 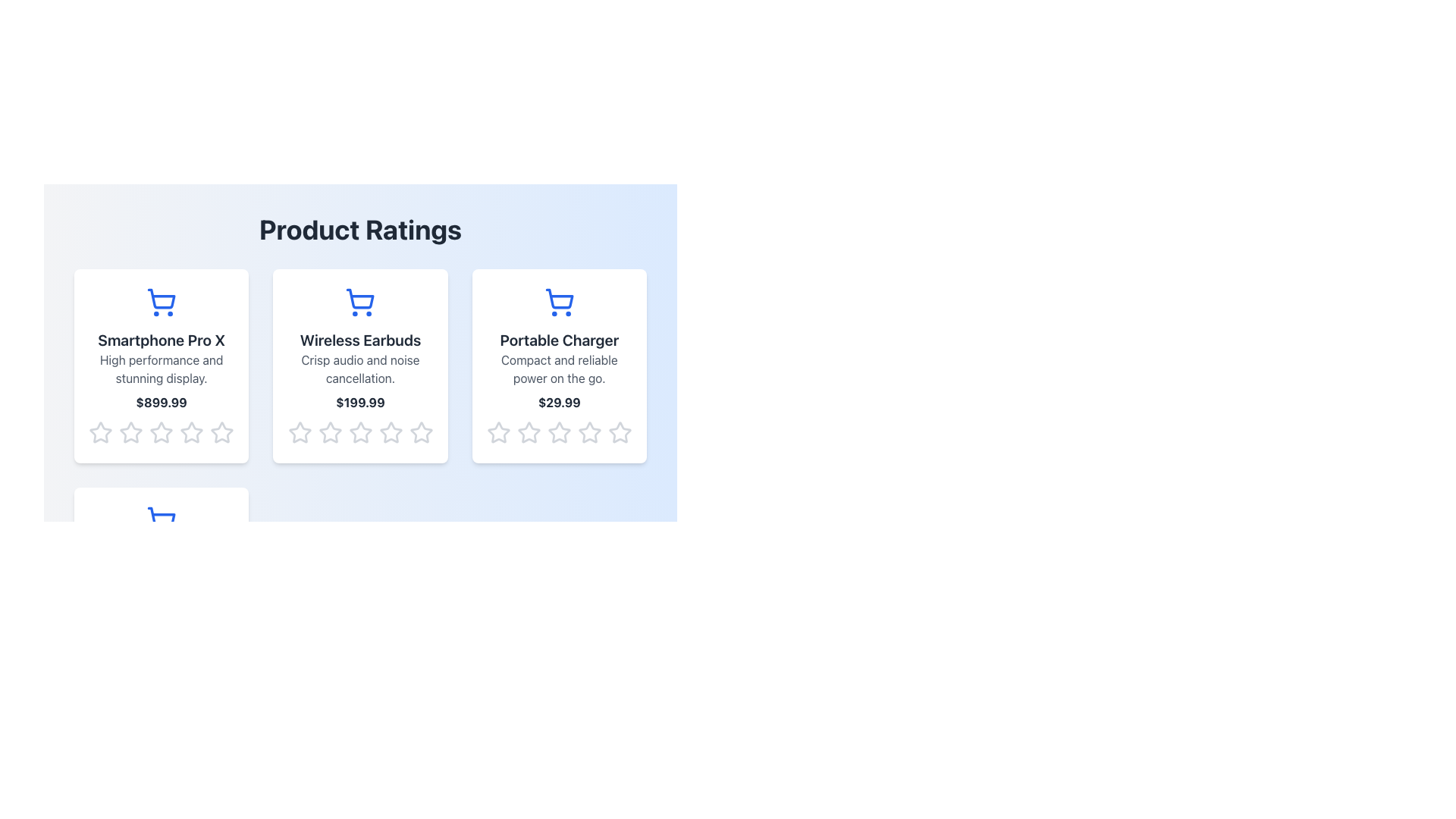 I want to click on the price display text element located in the center of the card titled 'Wireless Earbuds', positioned below the description 'Crisp audio and noise cancellation.' and above the star rating icons, so click(x=359, y=402).